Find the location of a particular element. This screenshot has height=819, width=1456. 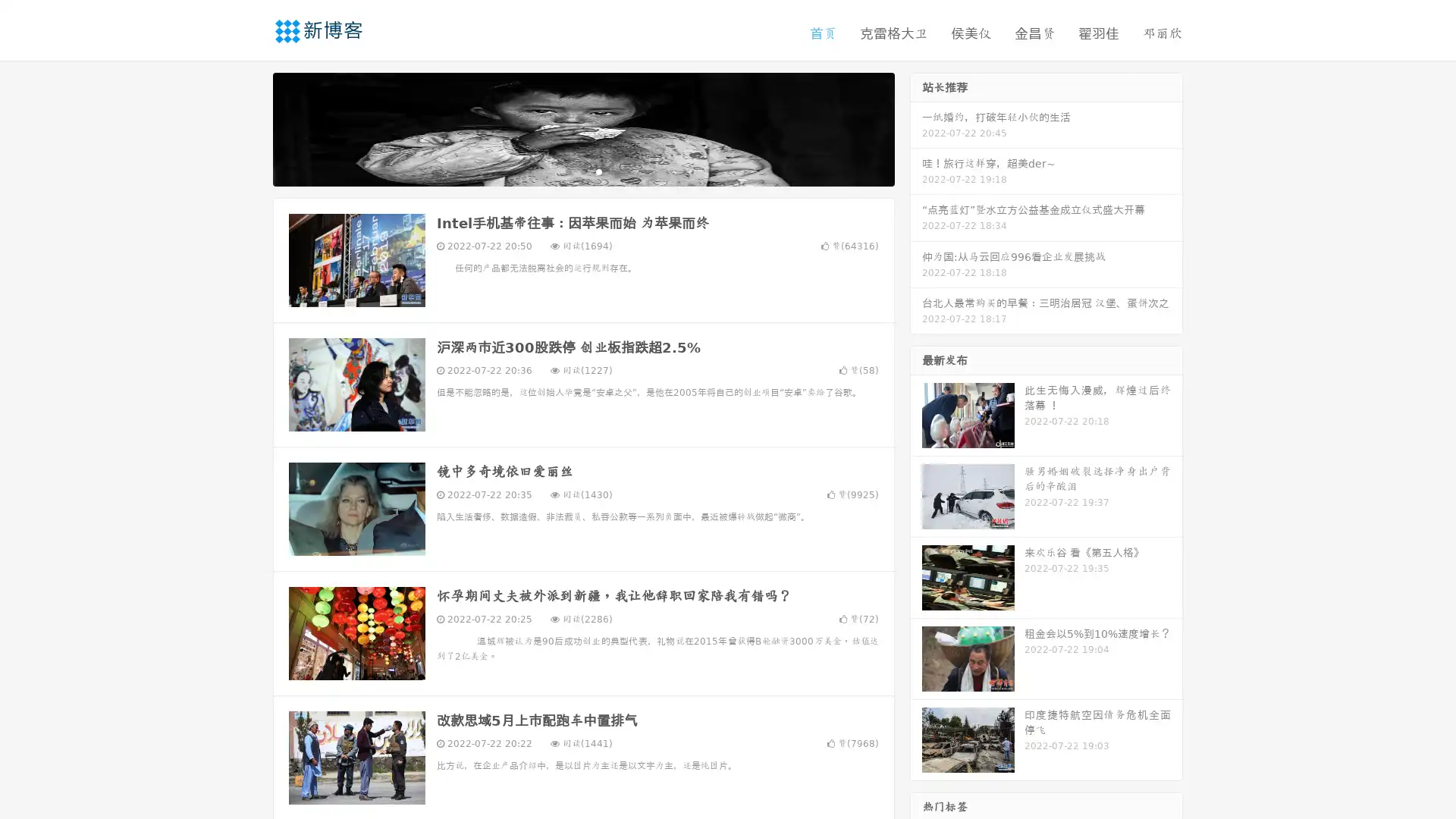

Go to slide 3 is located at coordinates (598, 171).